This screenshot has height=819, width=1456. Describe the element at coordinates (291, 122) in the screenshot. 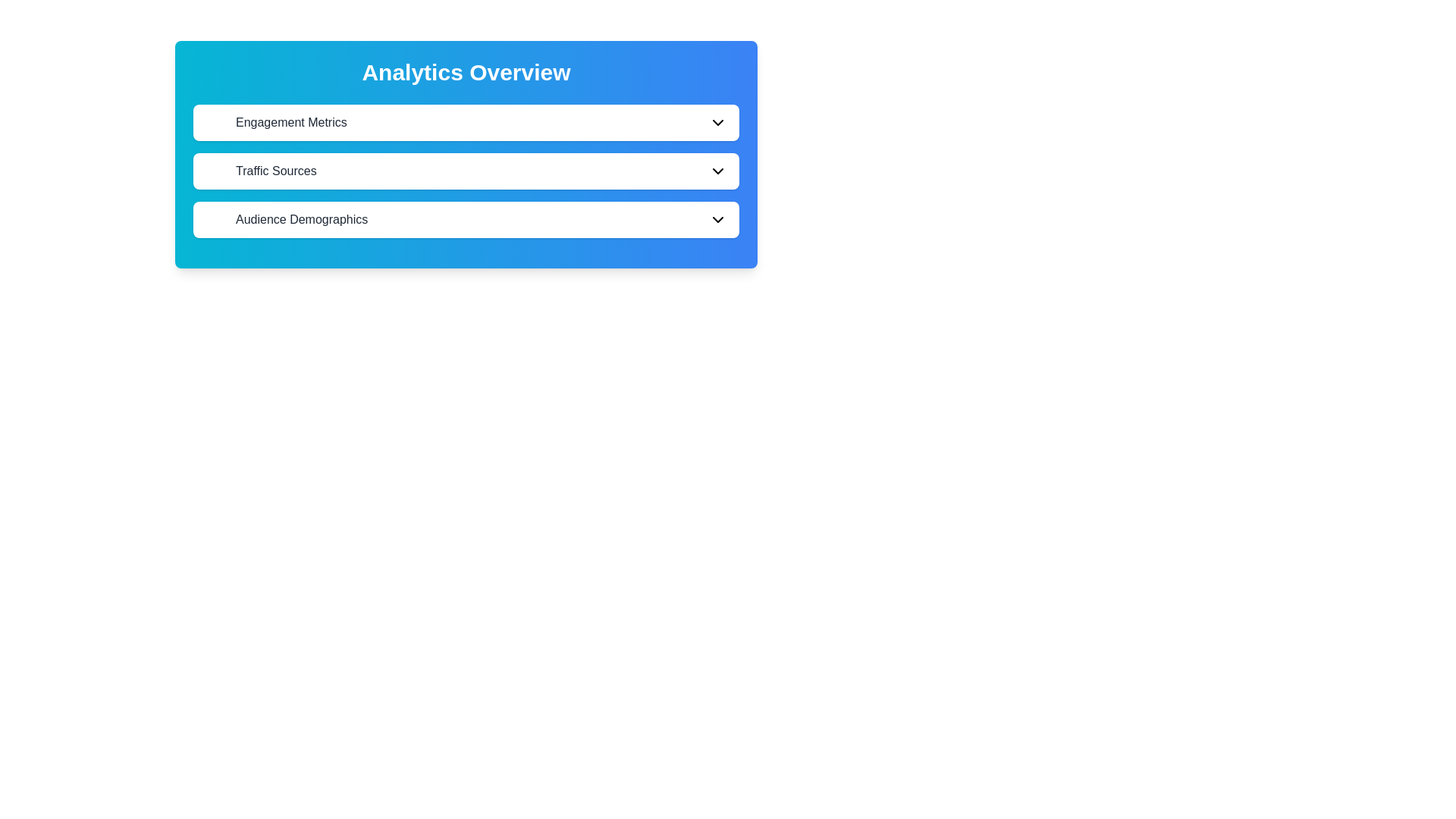

I see `the static text label 'Engagement Metrics', which is styled with medium-sized gray font and located in the uppermost row of a vertically stacked layout under 'Analytics Overview'` at that location.